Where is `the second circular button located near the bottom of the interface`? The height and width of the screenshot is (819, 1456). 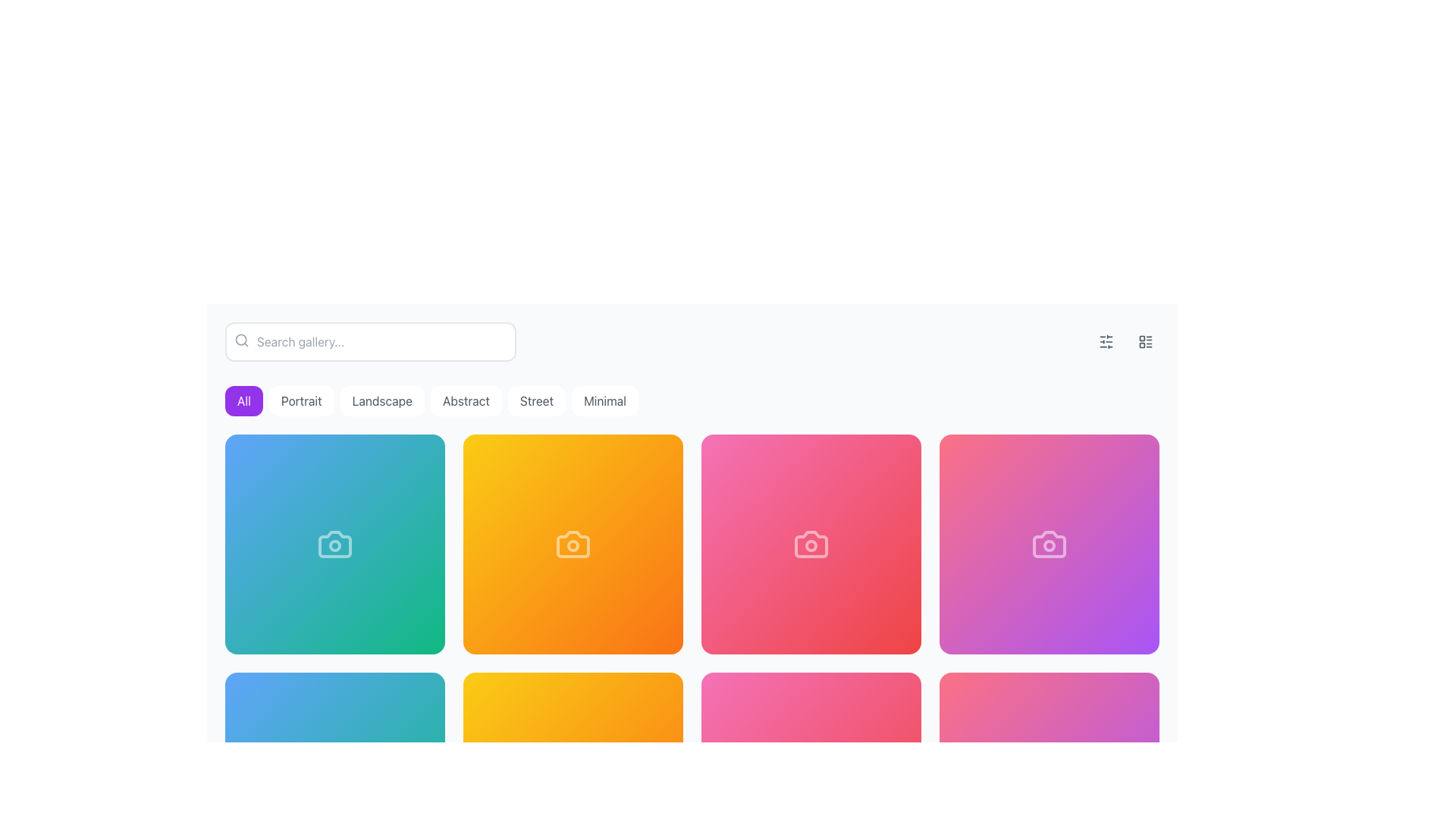 the second circular button located near the bottom of the interface is located at coordinates (811, 783).